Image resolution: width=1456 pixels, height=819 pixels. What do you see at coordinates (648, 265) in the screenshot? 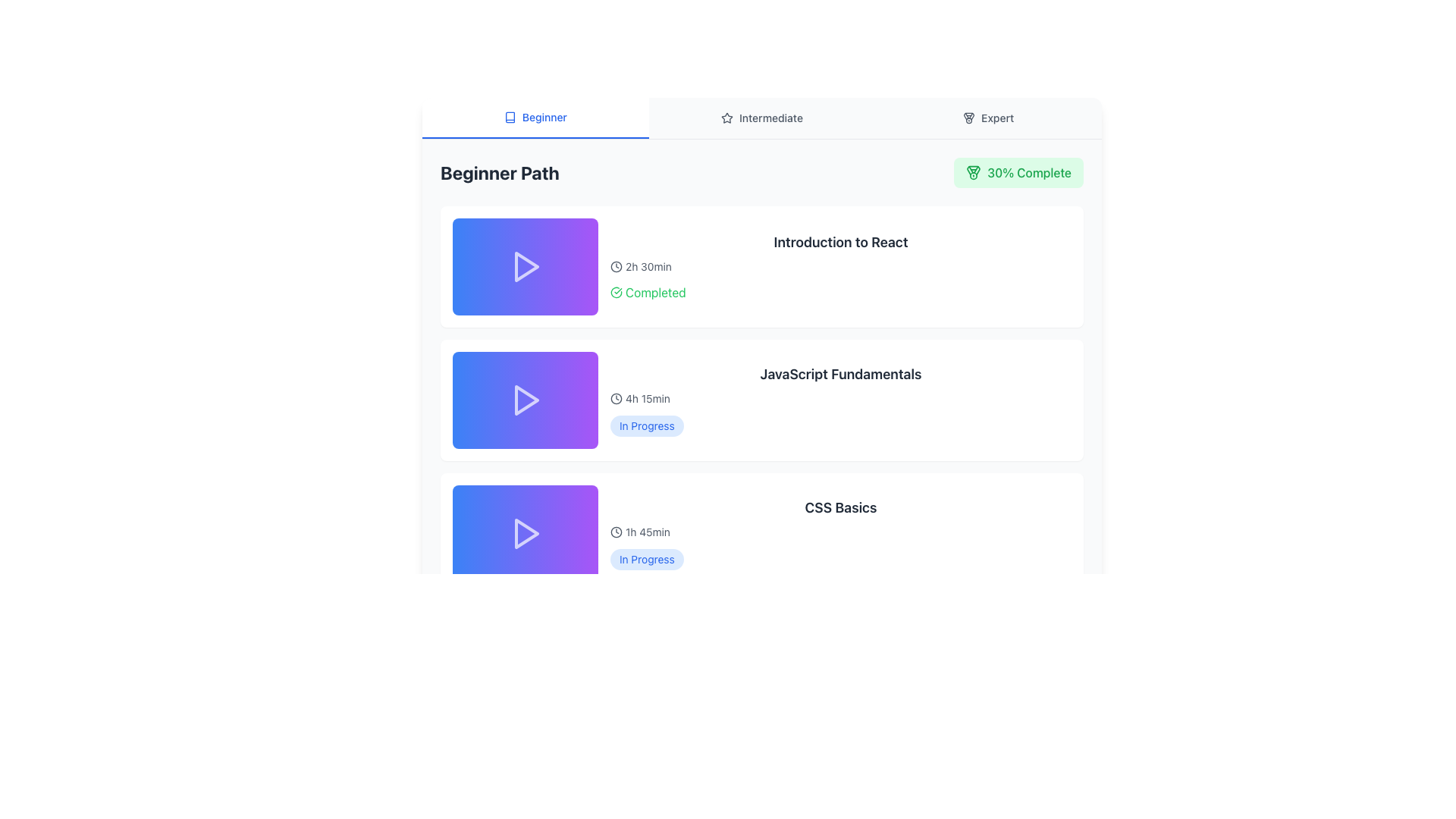
I see `the static text element indicating the duration of the course session, located to the right of the clock icon in the 'Introduction to React' course entry` at bounding box center [648, 265].